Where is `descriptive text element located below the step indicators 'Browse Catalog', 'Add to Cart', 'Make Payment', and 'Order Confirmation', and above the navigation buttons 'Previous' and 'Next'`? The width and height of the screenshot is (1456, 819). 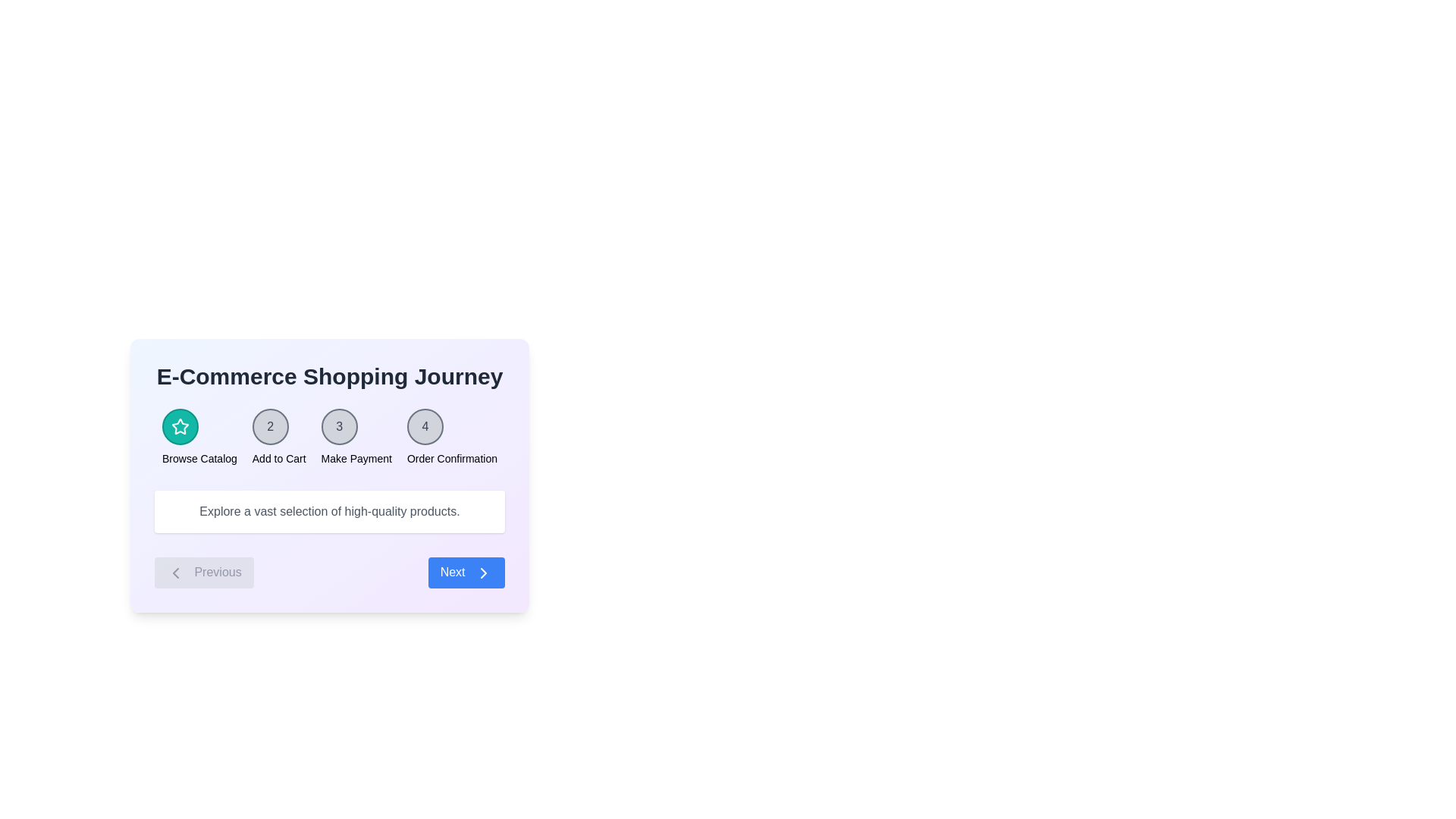
descriptive text element located below the step indicators 'Browse Catalog', 'Add to Cart', 'Make Payment', and 'Order Confirmation', and above the navigation buttons 'Previous' and 'Next' is located at coordinates (329, 512).